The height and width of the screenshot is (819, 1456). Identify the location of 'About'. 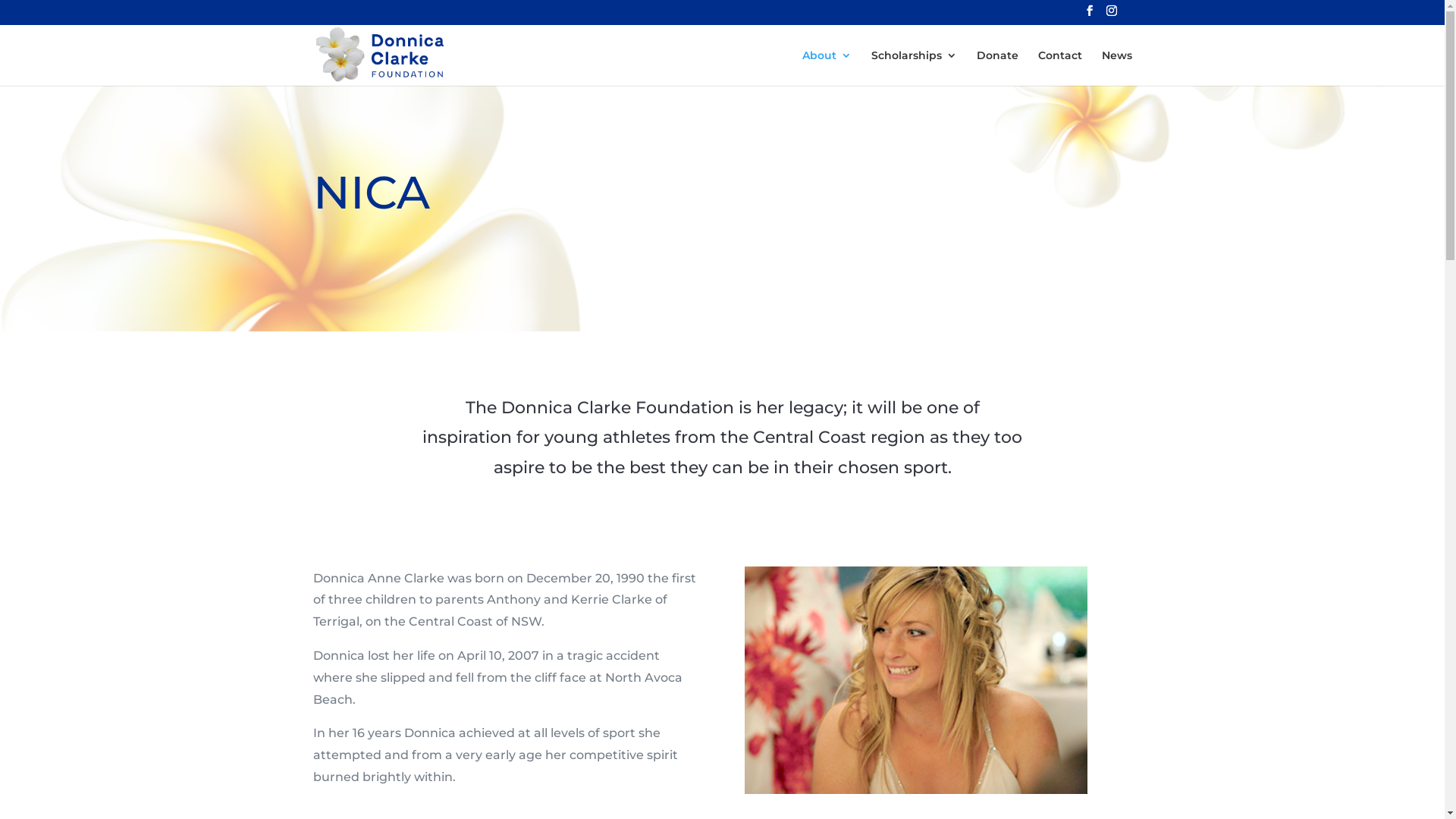
(826, 67).